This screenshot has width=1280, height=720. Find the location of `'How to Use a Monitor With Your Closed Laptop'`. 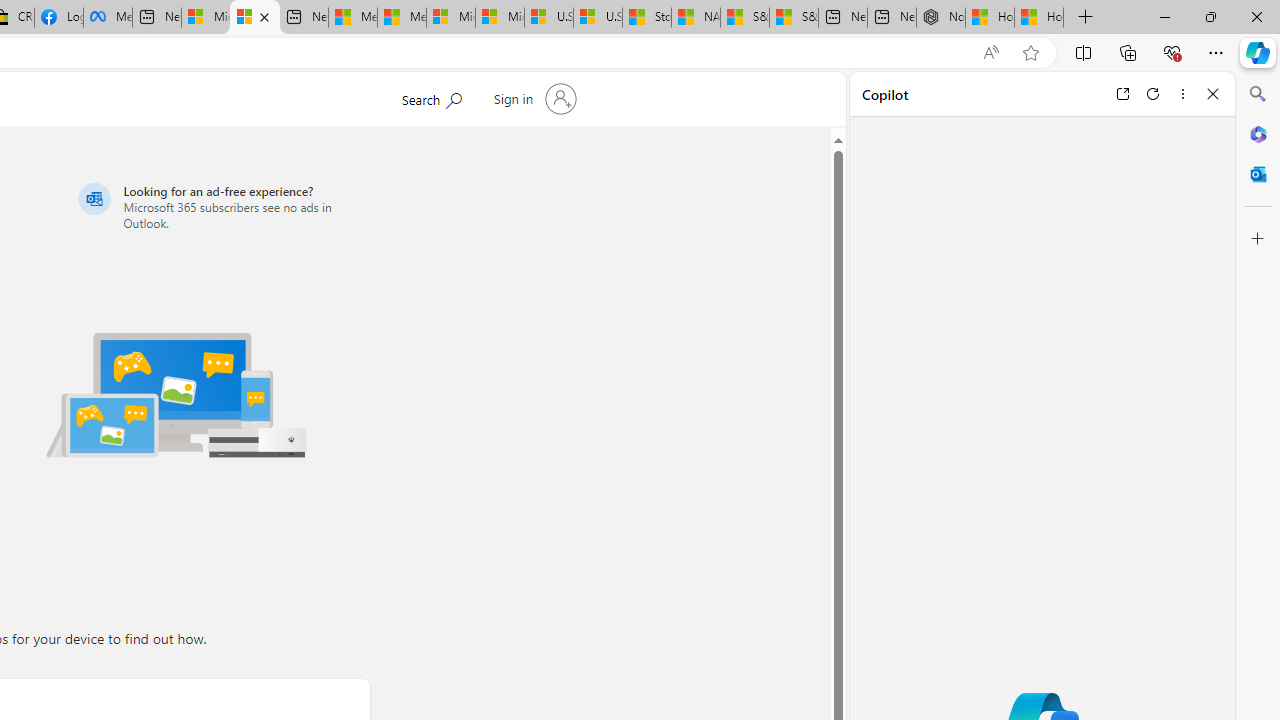

'How to Use a Monitor With Your Closed Laptop' is located at coordinates (1039, 17).